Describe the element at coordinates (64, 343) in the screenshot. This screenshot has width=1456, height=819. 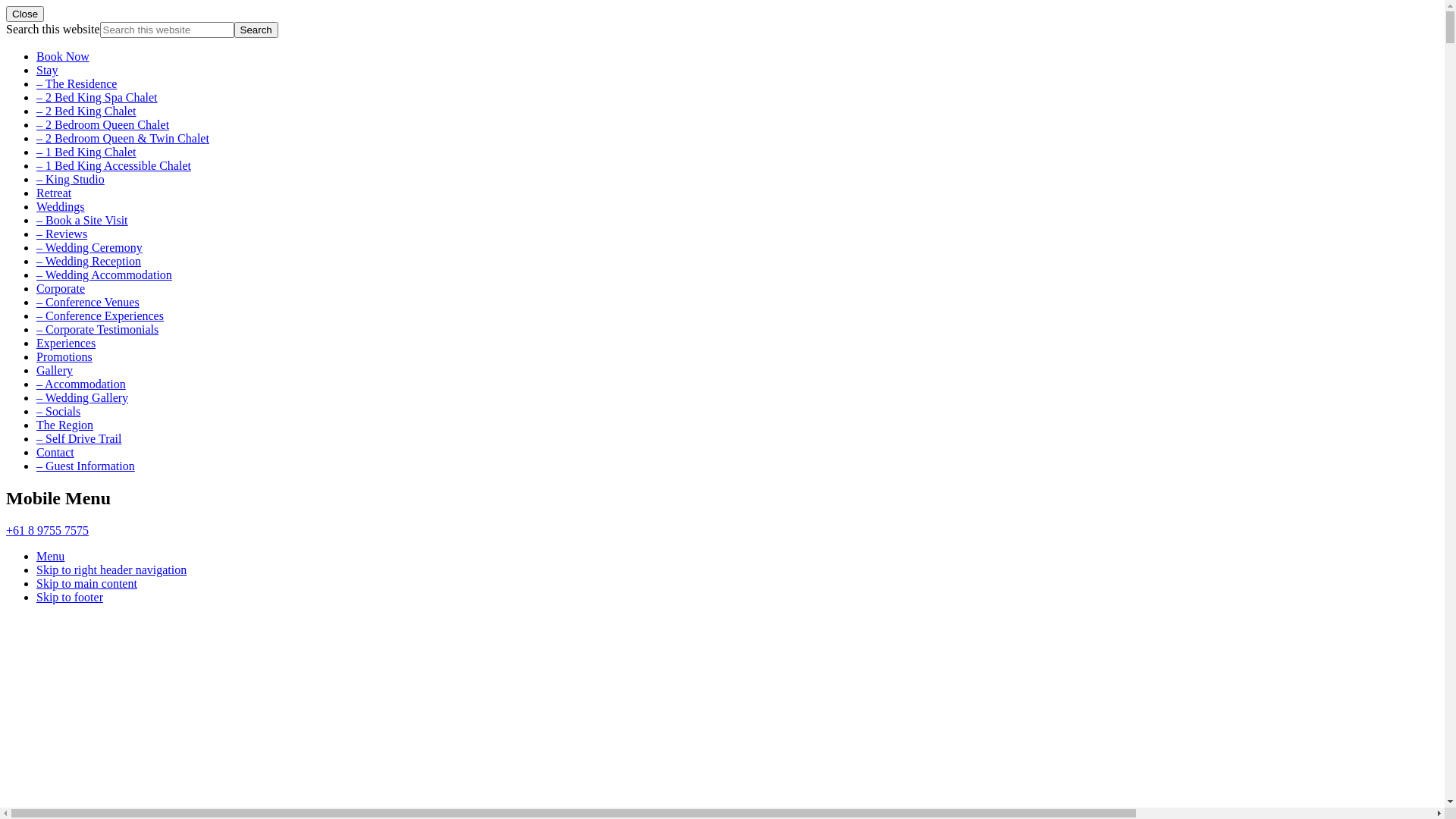
I see `'Experiences'` at that location.